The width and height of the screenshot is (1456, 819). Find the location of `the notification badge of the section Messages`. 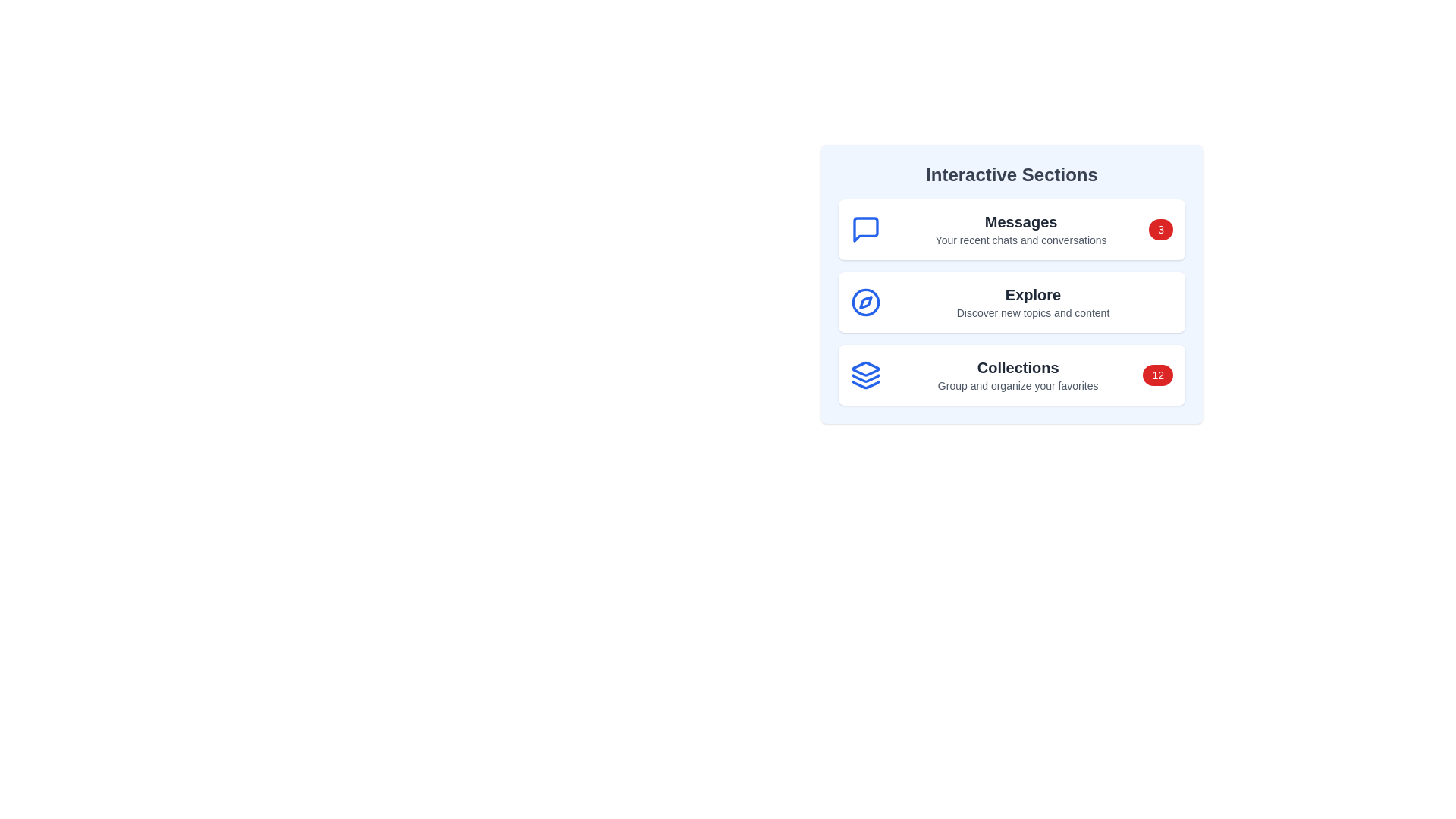

the notification badge of the section Messages is located at coordinates (1160, 230).